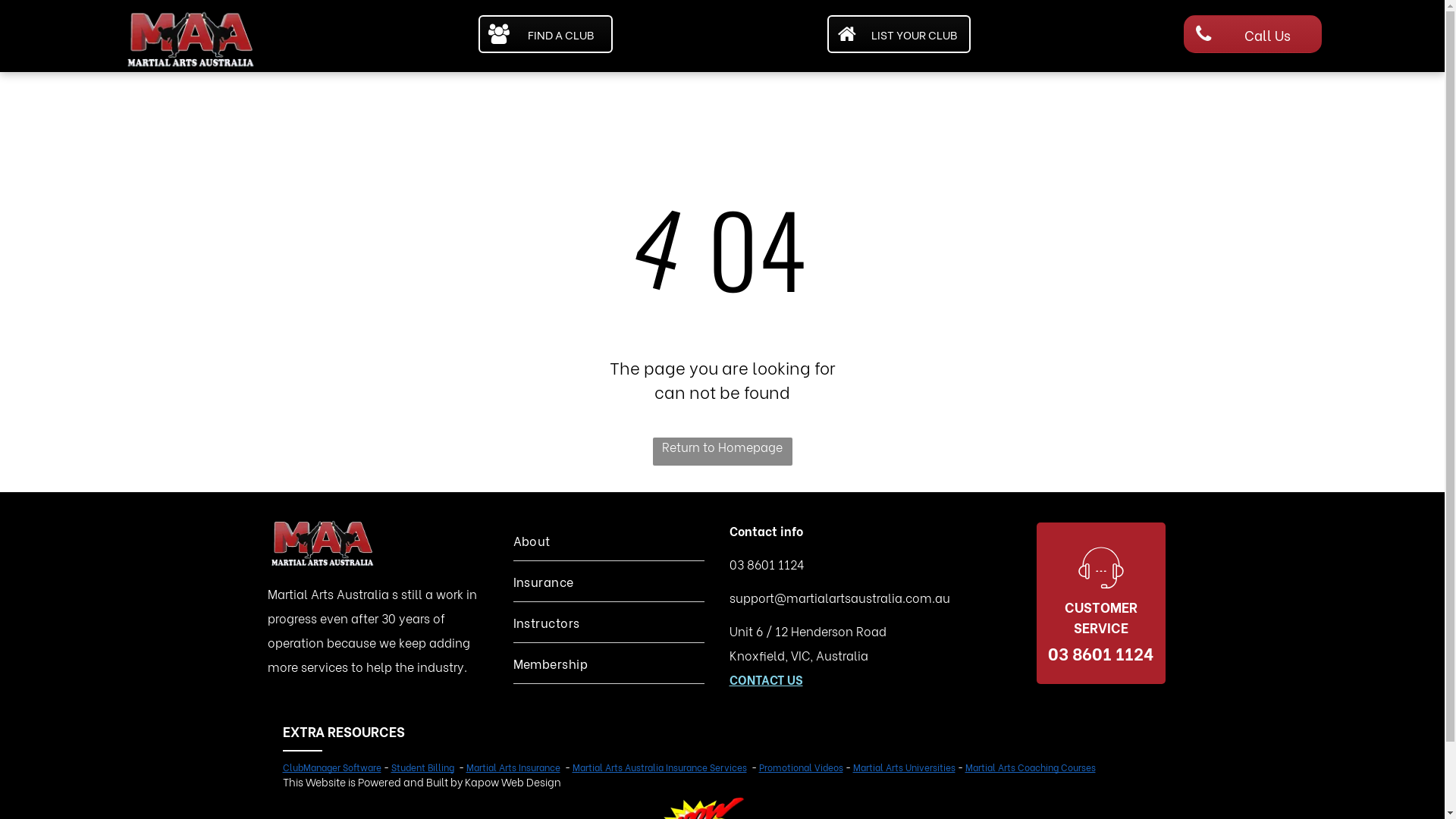  I want to click on 'Martial Arts Insurance', so click(513, 767).